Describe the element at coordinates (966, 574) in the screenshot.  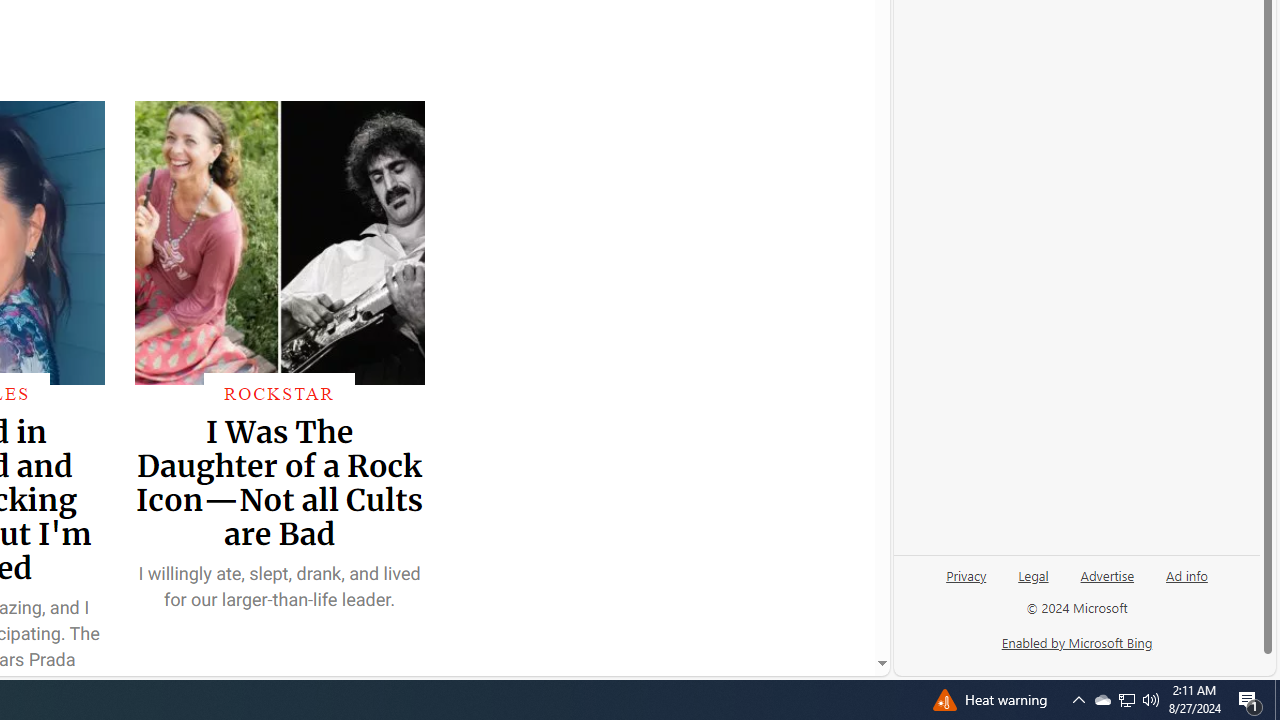
I see `'Privacy'` at that location.